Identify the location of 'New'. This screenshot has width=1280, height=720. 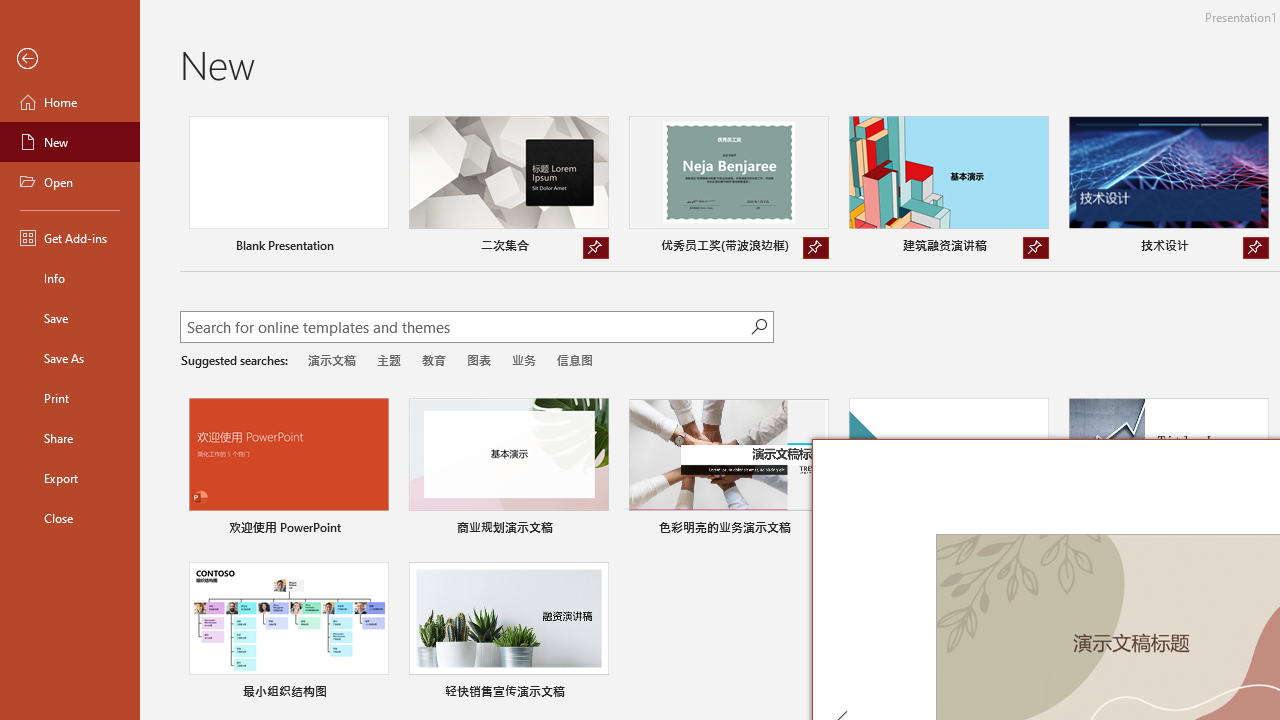
(69, 140).